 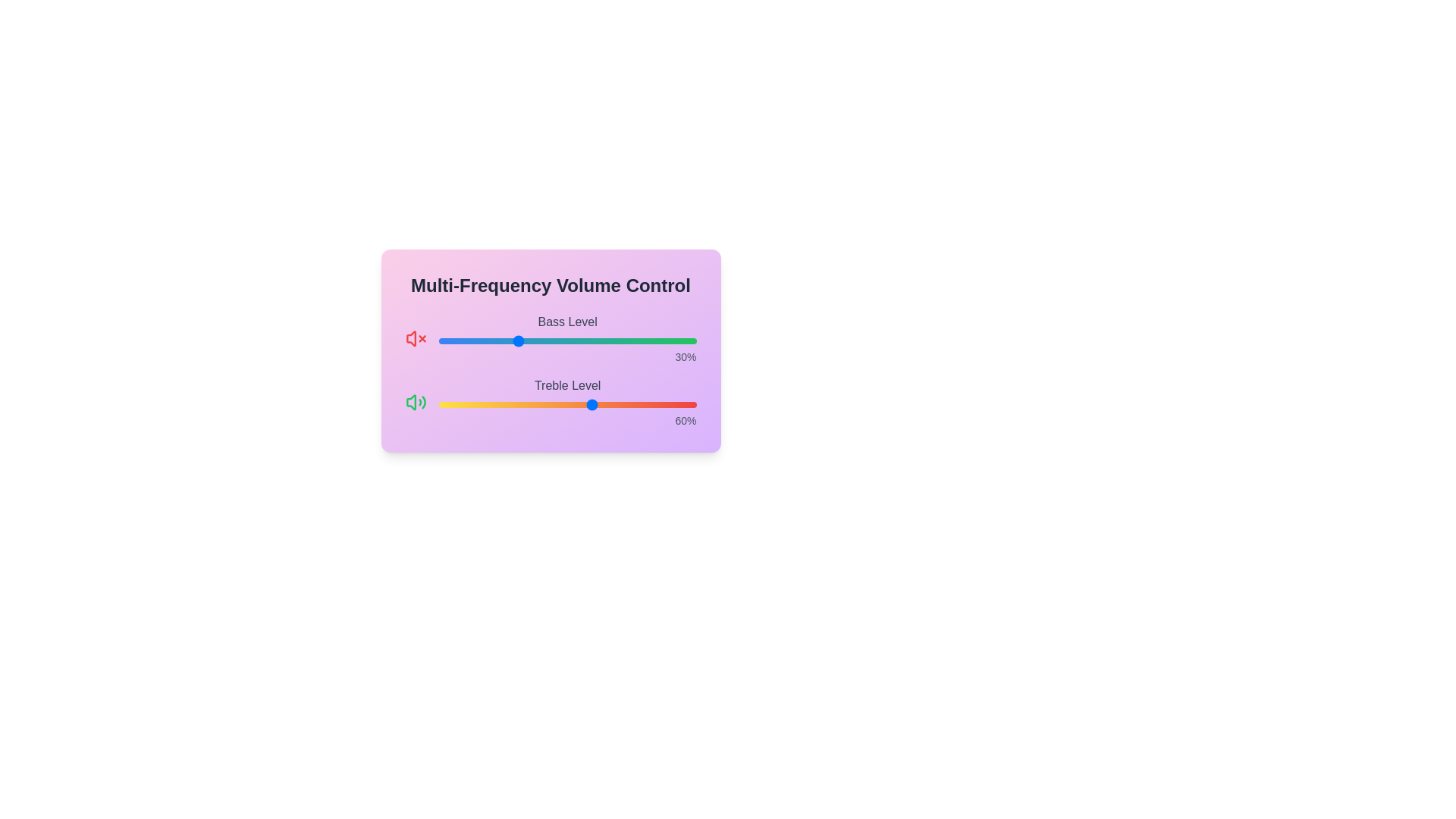 I want to click on the treble slider to set the treble level to 47, so click(x=559, y=403).